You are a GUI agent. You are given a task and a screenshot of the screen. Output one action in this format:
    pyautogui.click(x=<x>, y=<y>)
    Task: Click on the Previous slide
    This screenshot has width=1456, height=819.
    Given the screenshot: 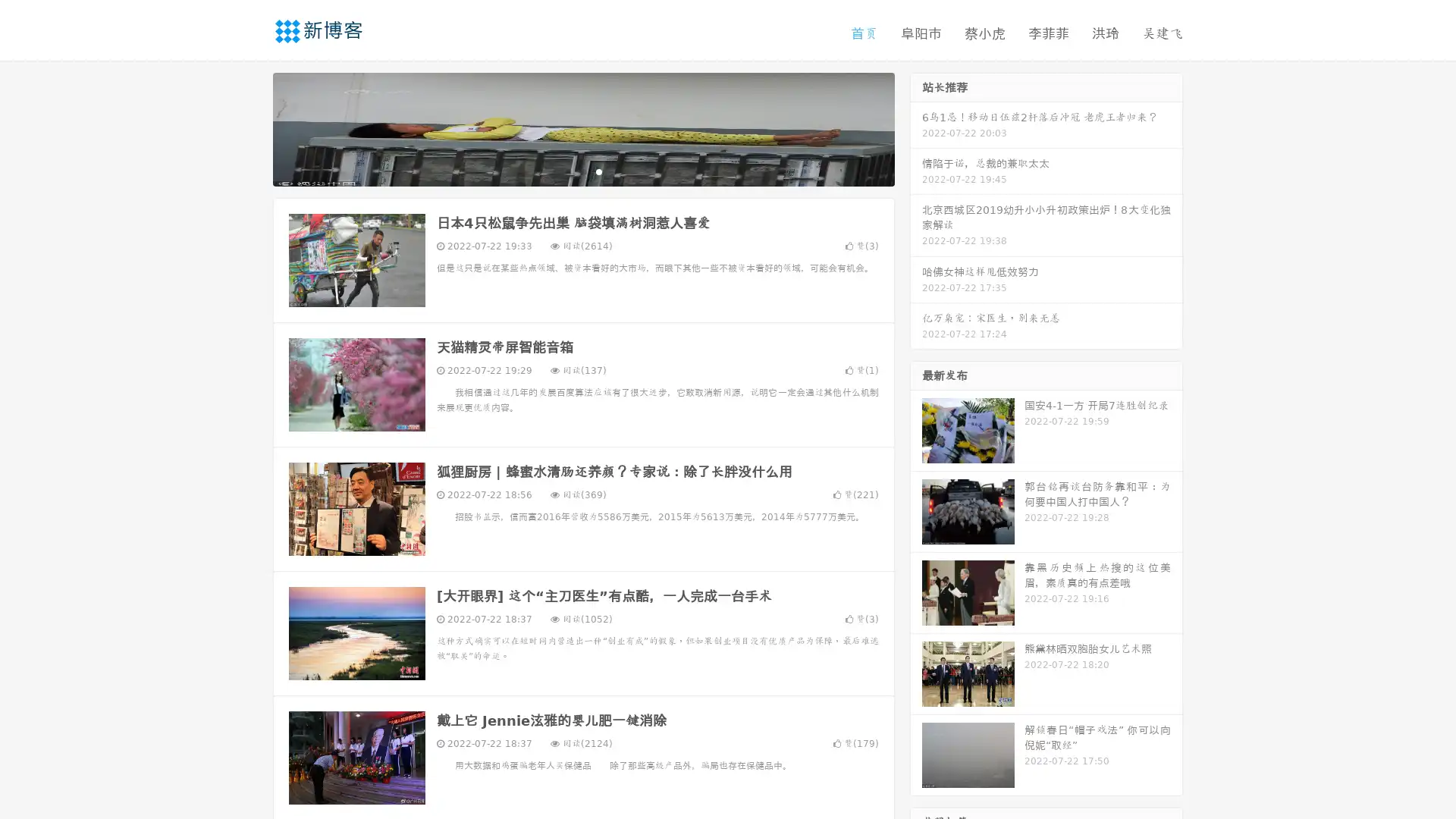 What is the action you would take?
    pyautogui.click(x=250, y=127)
    